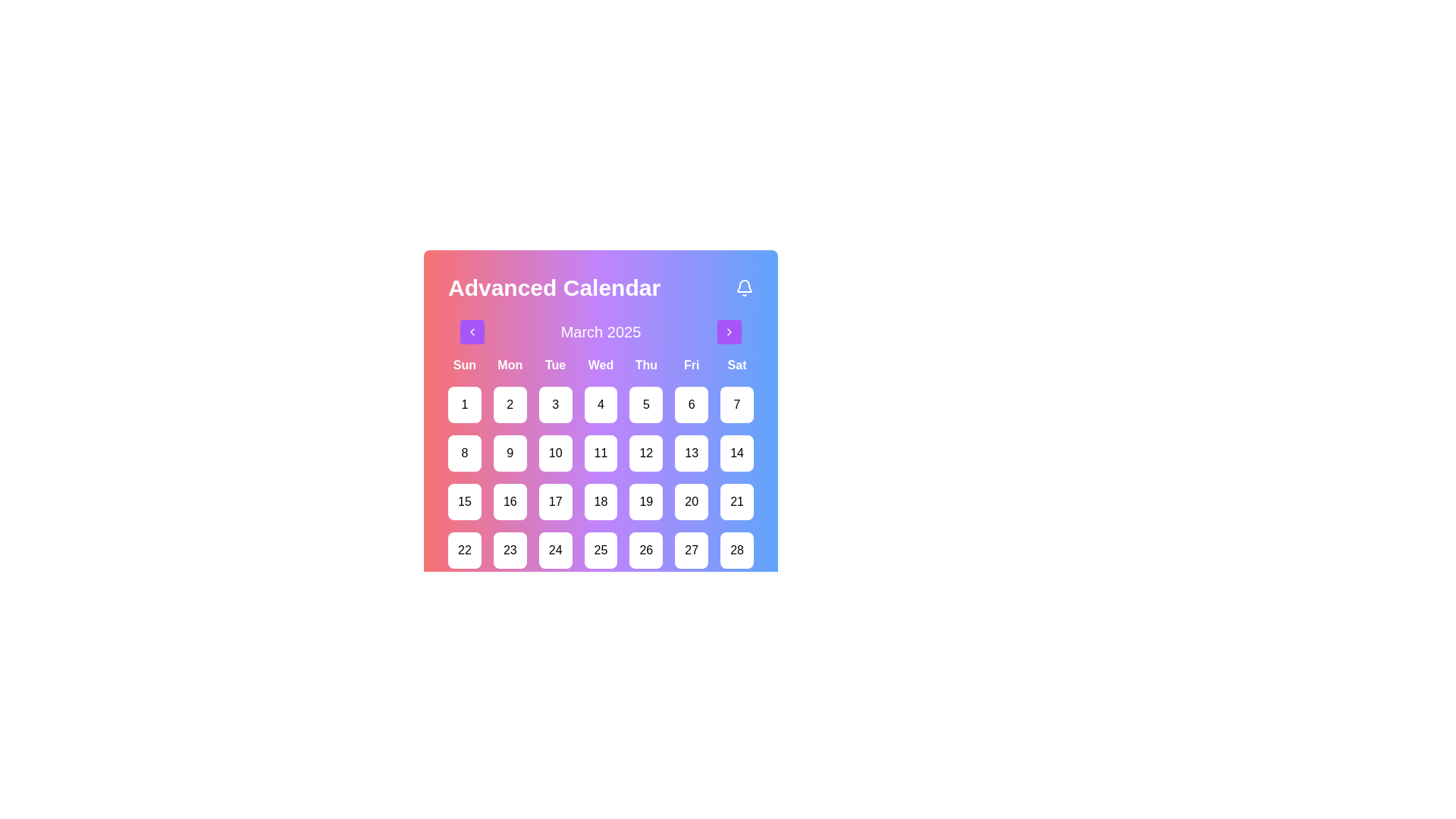 This screenshot has width=1456, height=819. I want to click on the calendar date element displaying the number '10' in bold black text, so click(554, 452).